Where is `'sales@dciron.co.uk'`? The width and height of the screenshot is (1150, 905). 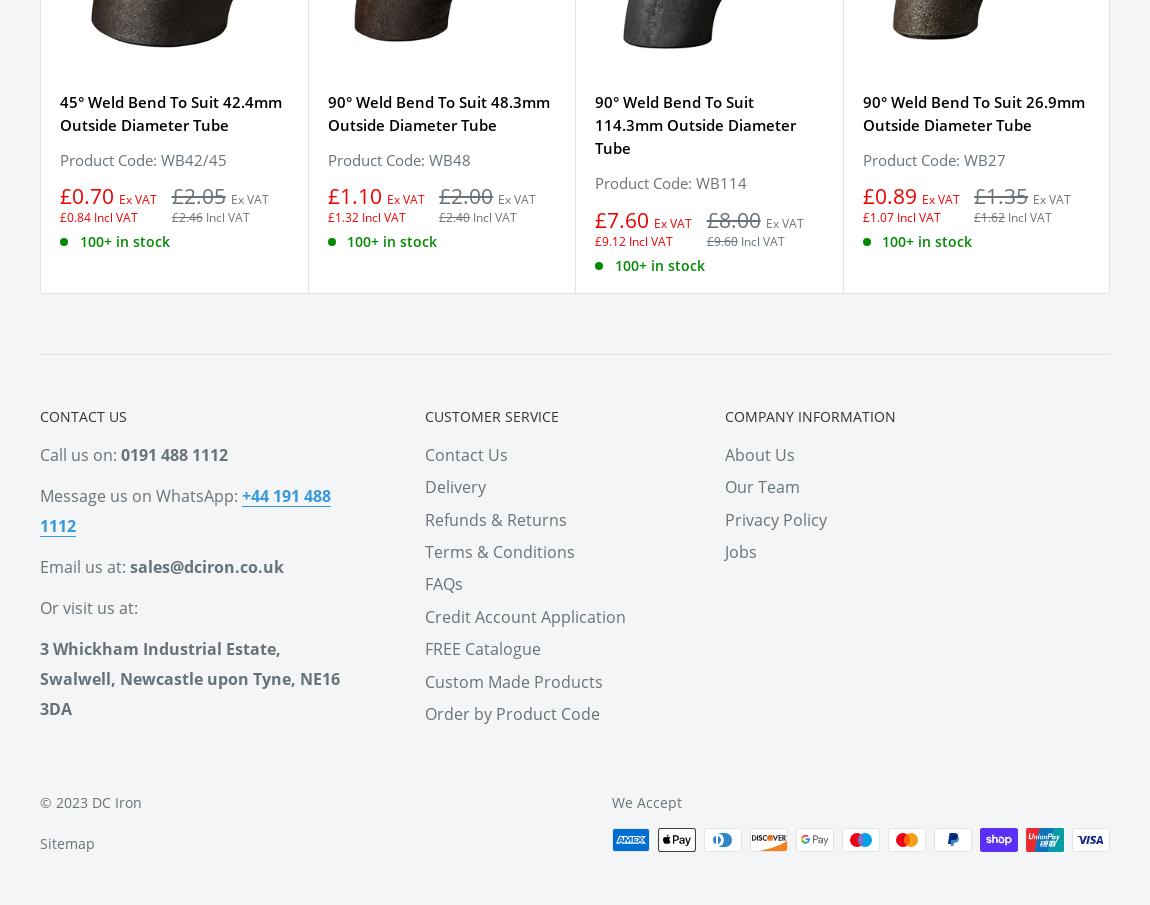
'sales@dciron.co.uk' is located at coordinates (206, 565).